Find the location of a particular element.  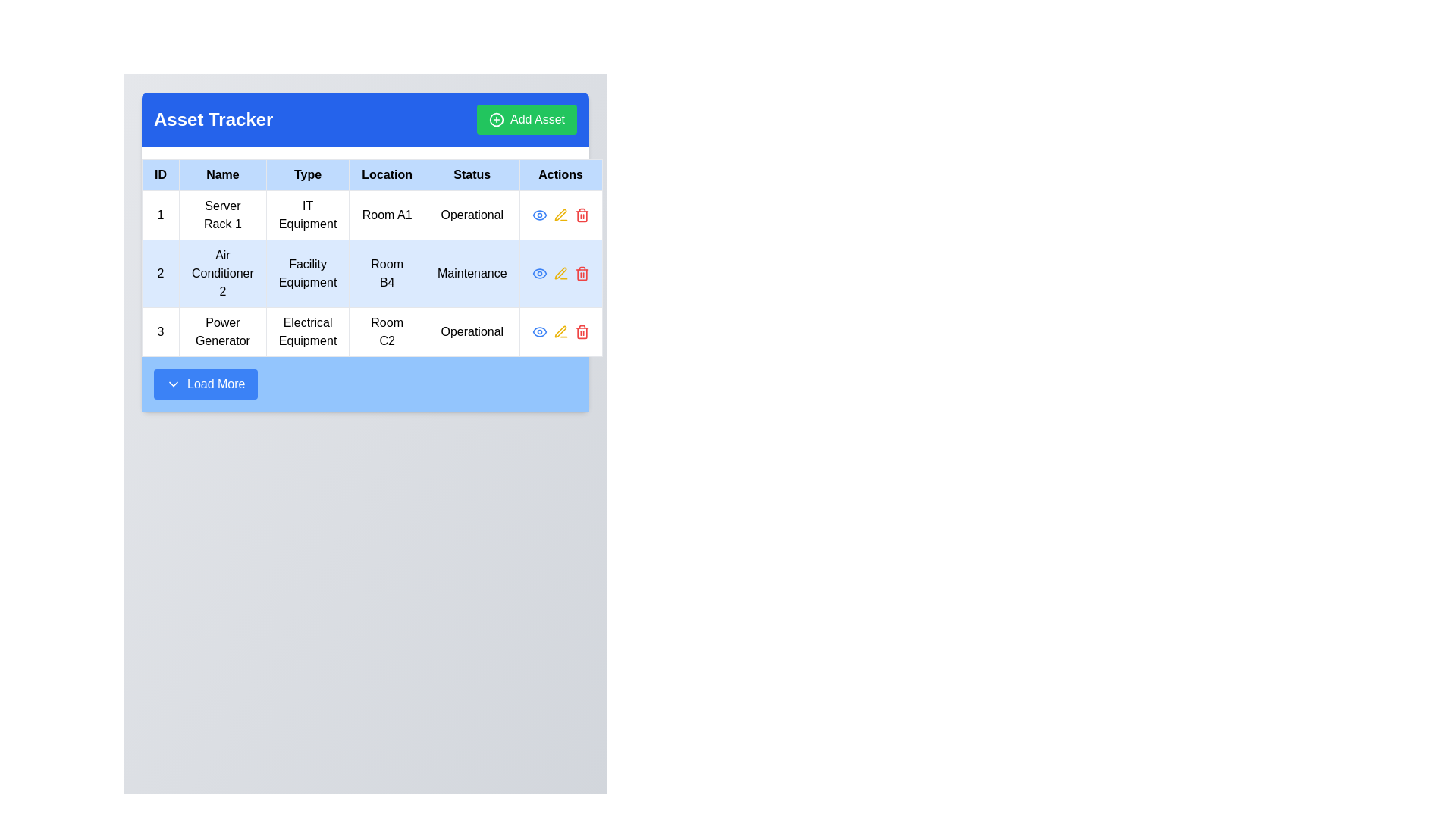

the yellow pen icon in the 'Actions' column of the second row of the table is located at coordinates (560, 274).